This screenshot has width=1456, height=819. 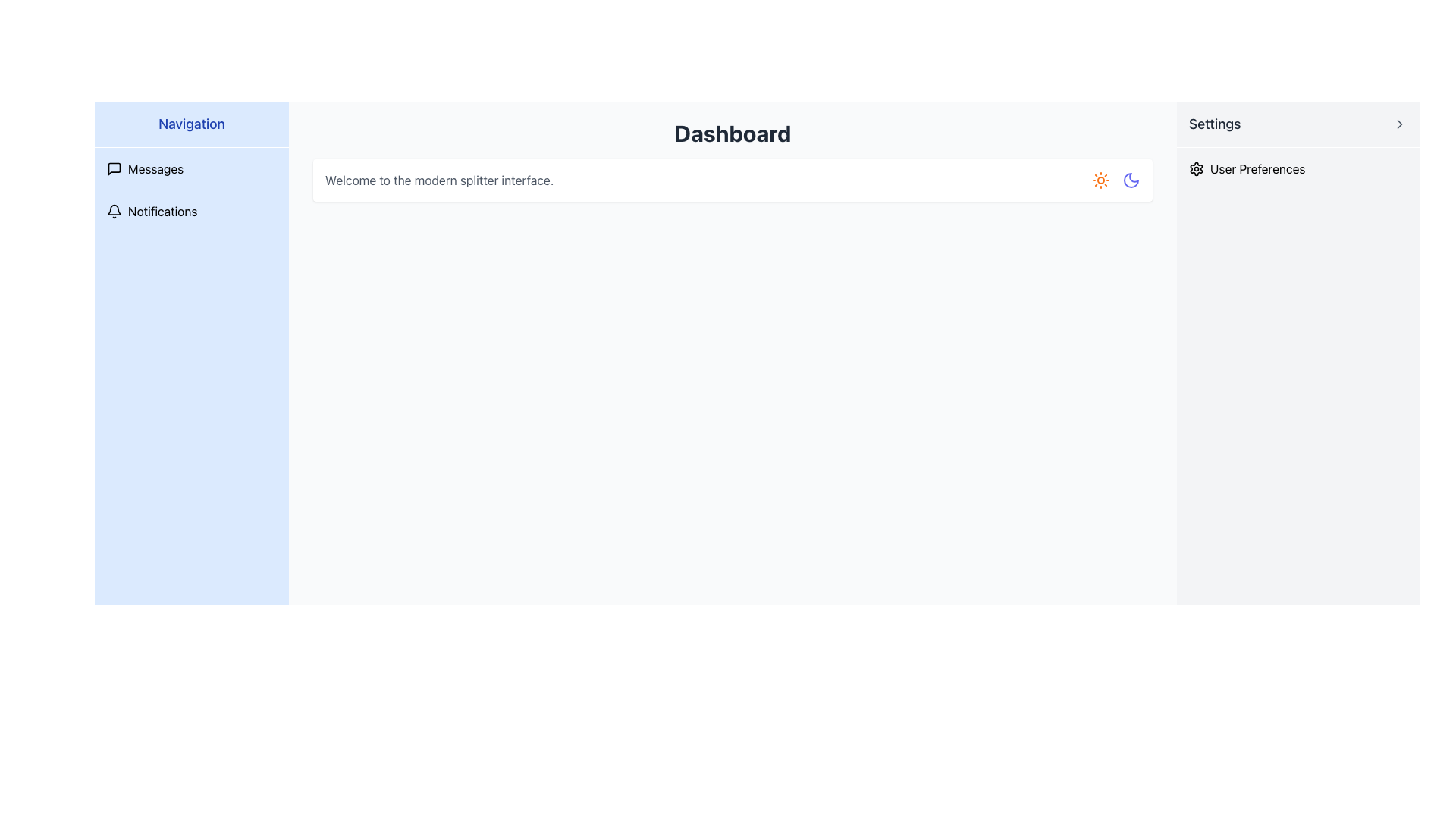 I want to click on the small bell icon with a minimalist design located in the left-side navigation panel, so click(x=113, y=211).